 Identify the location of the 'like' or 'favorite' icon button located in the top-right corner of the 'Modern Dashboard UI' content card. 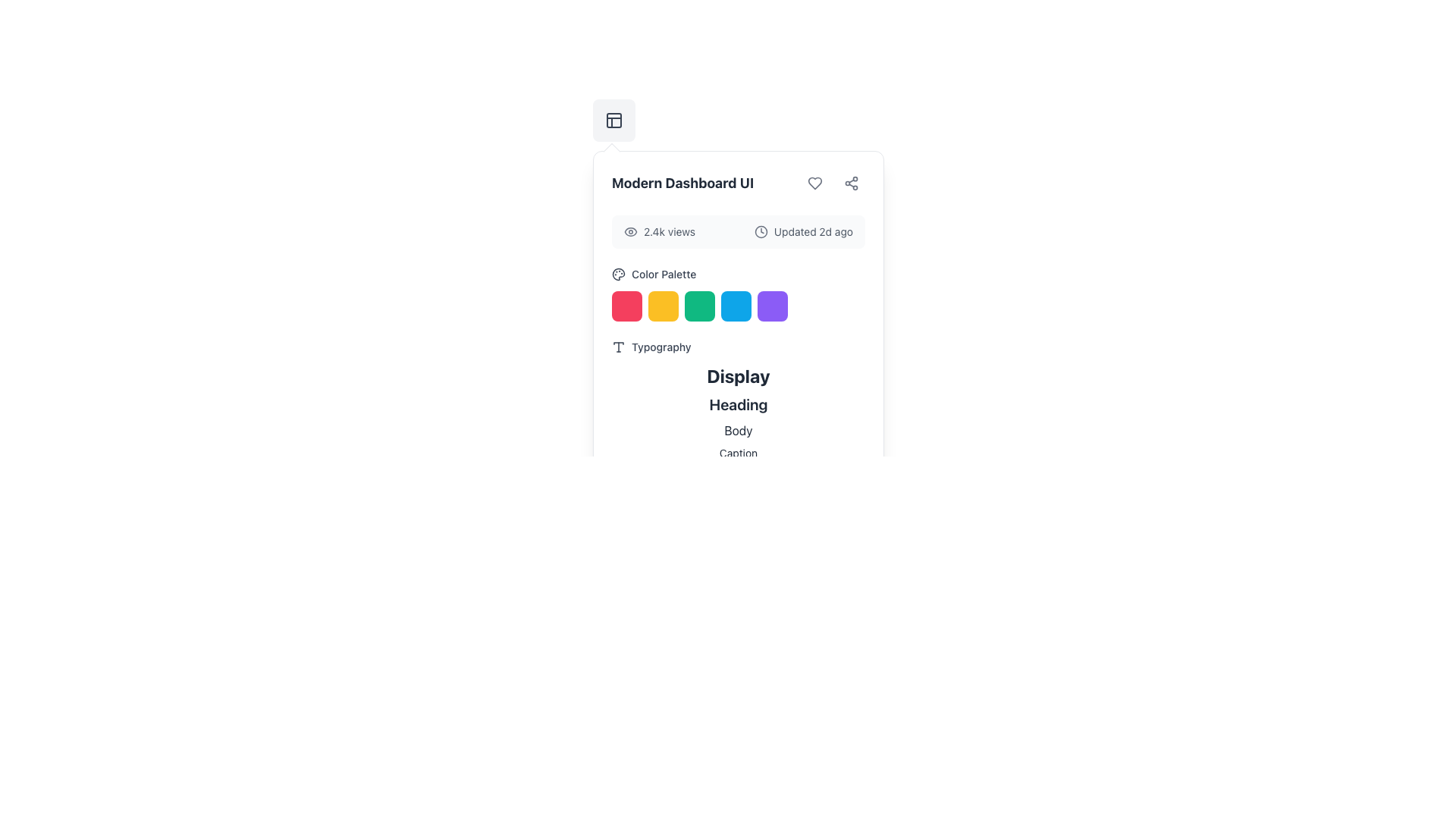
(814, 183).